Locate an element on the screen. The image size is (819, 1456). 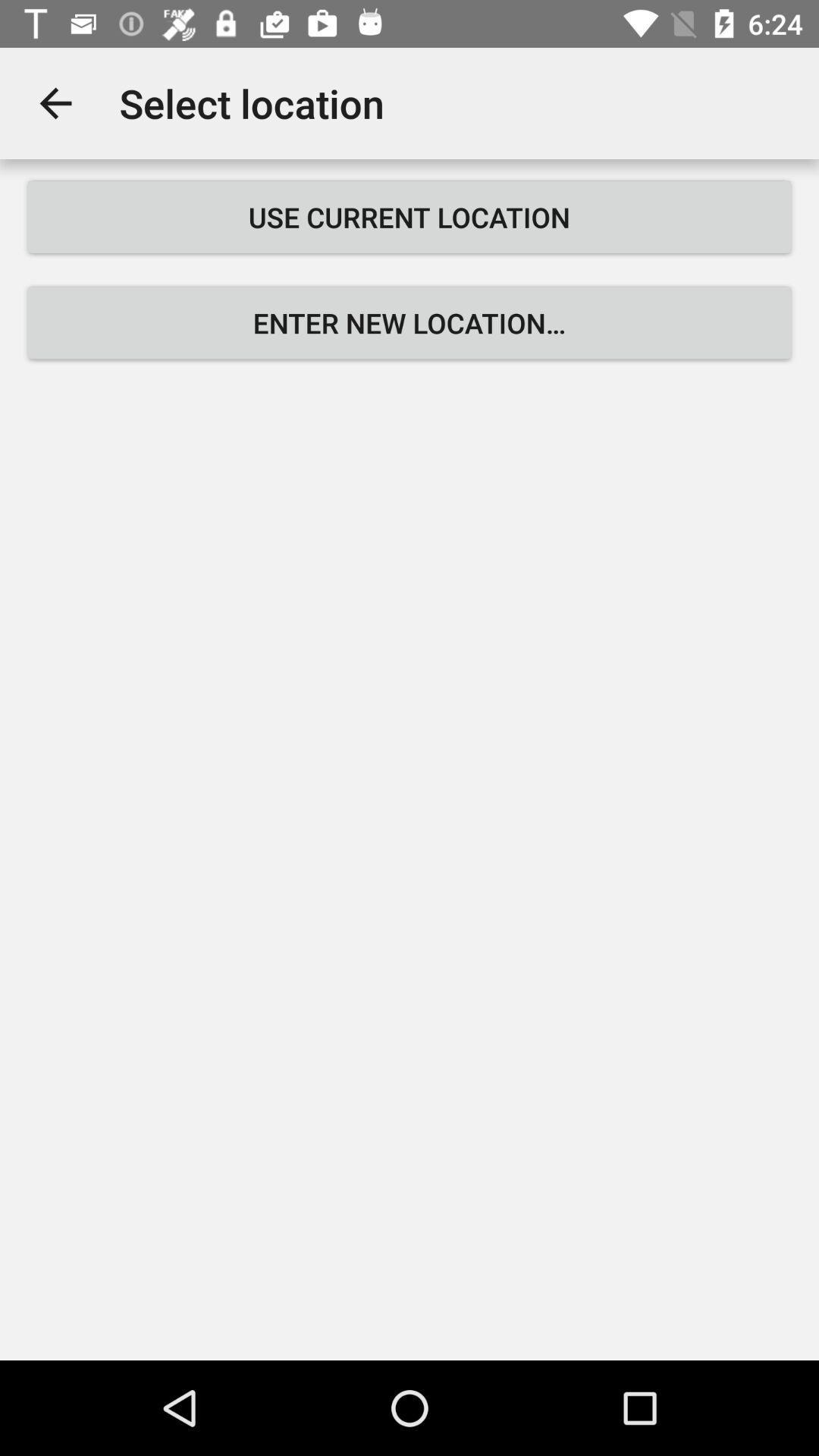
the use current location item is located at coordinates (409, 216).